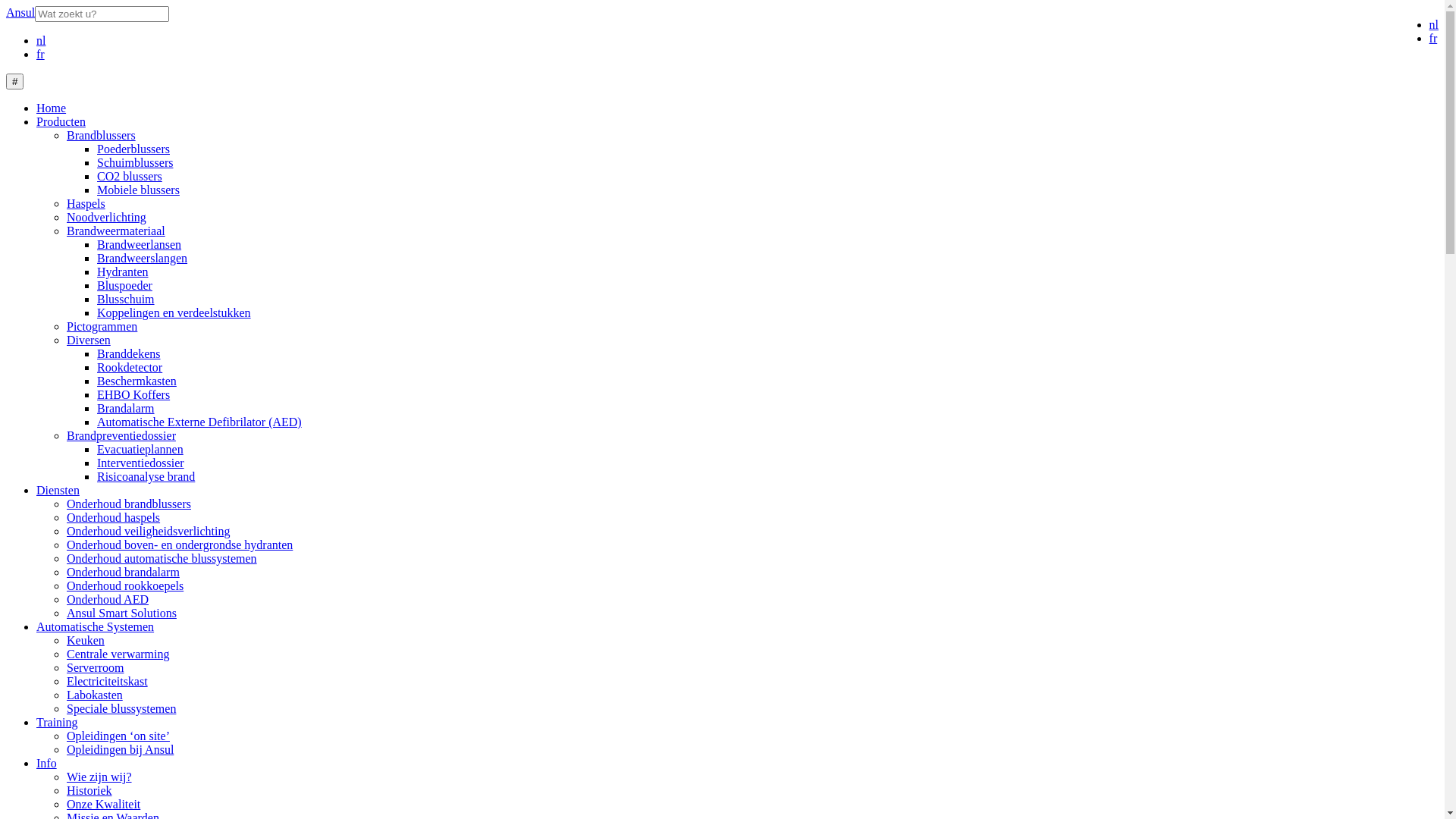 Image resolution: width=1456 pixels, height=819 pixels. Describe the element at coordinates (102, 803) in the screenshot. I see `'Onze Kwaliteit'` at that location.